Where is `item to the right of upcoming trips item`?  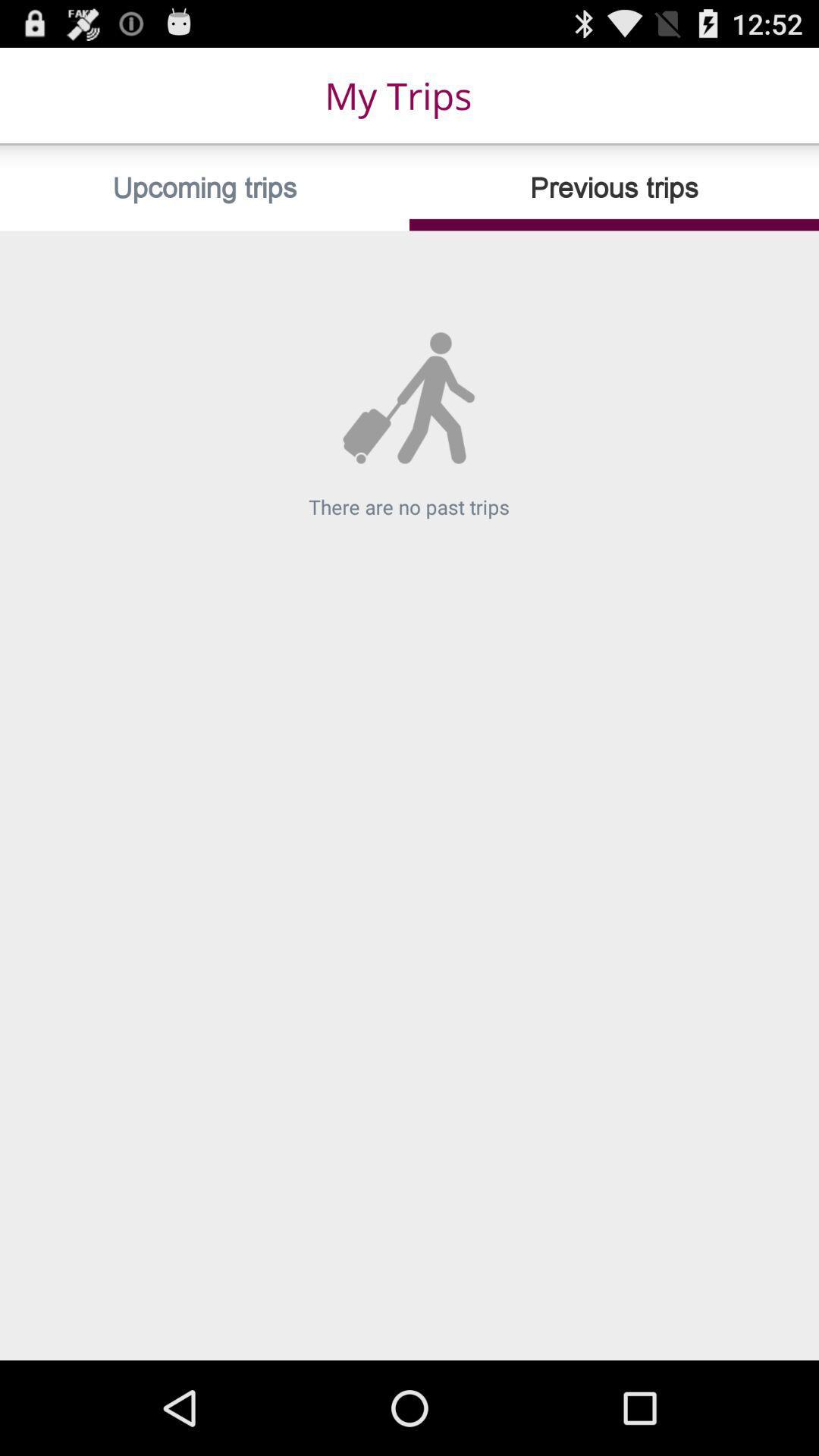
item to the right of upcoming trips item is located at coordinates (614, 187).